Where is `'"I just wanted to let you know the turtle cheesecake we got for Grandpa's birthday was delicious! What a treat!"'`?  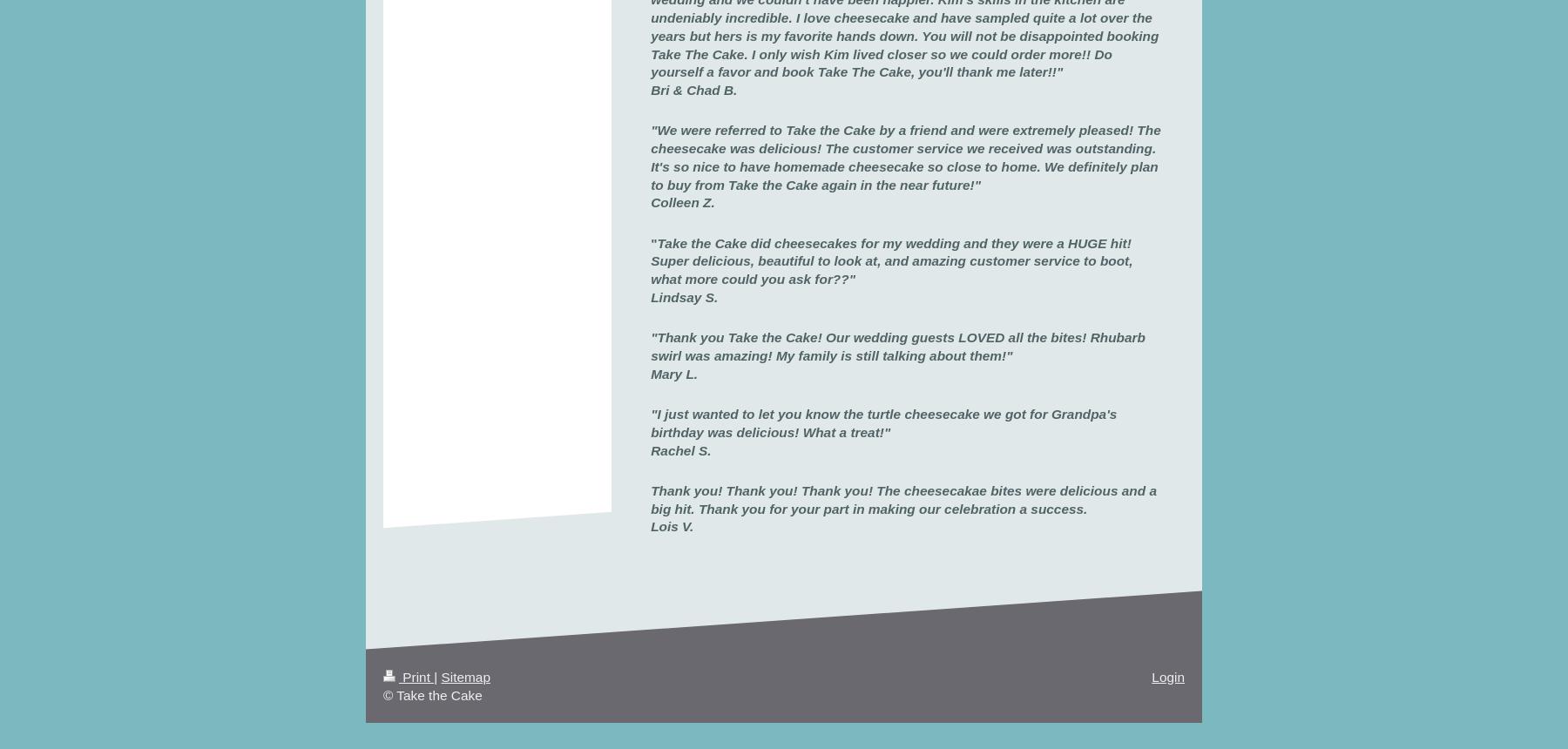
'"I just wanted to let you know the turtle cheesecake we got for Grandpa's birthday was delicious! What a treat!"' is located at coordinates (883, 422).